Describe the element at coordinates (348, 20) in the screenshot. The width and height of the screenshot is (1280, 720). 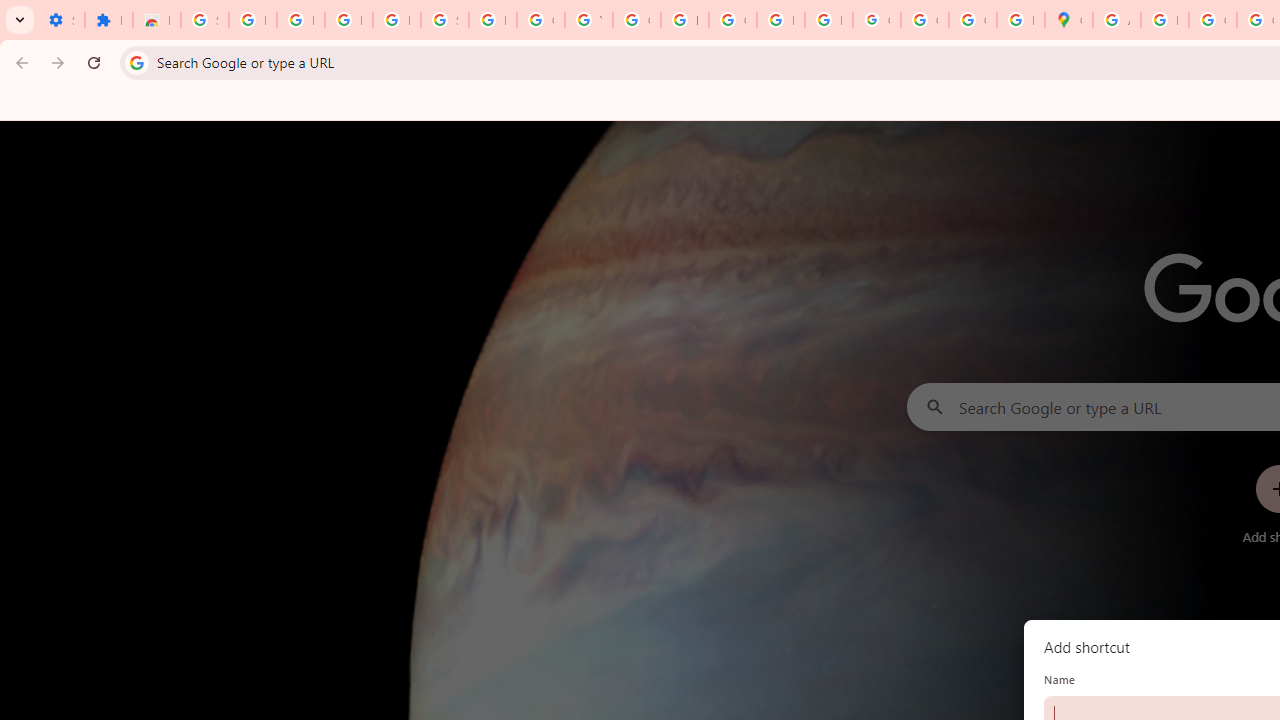
I see `'Learn how to find your photos - Google Photos Help'` at that location.